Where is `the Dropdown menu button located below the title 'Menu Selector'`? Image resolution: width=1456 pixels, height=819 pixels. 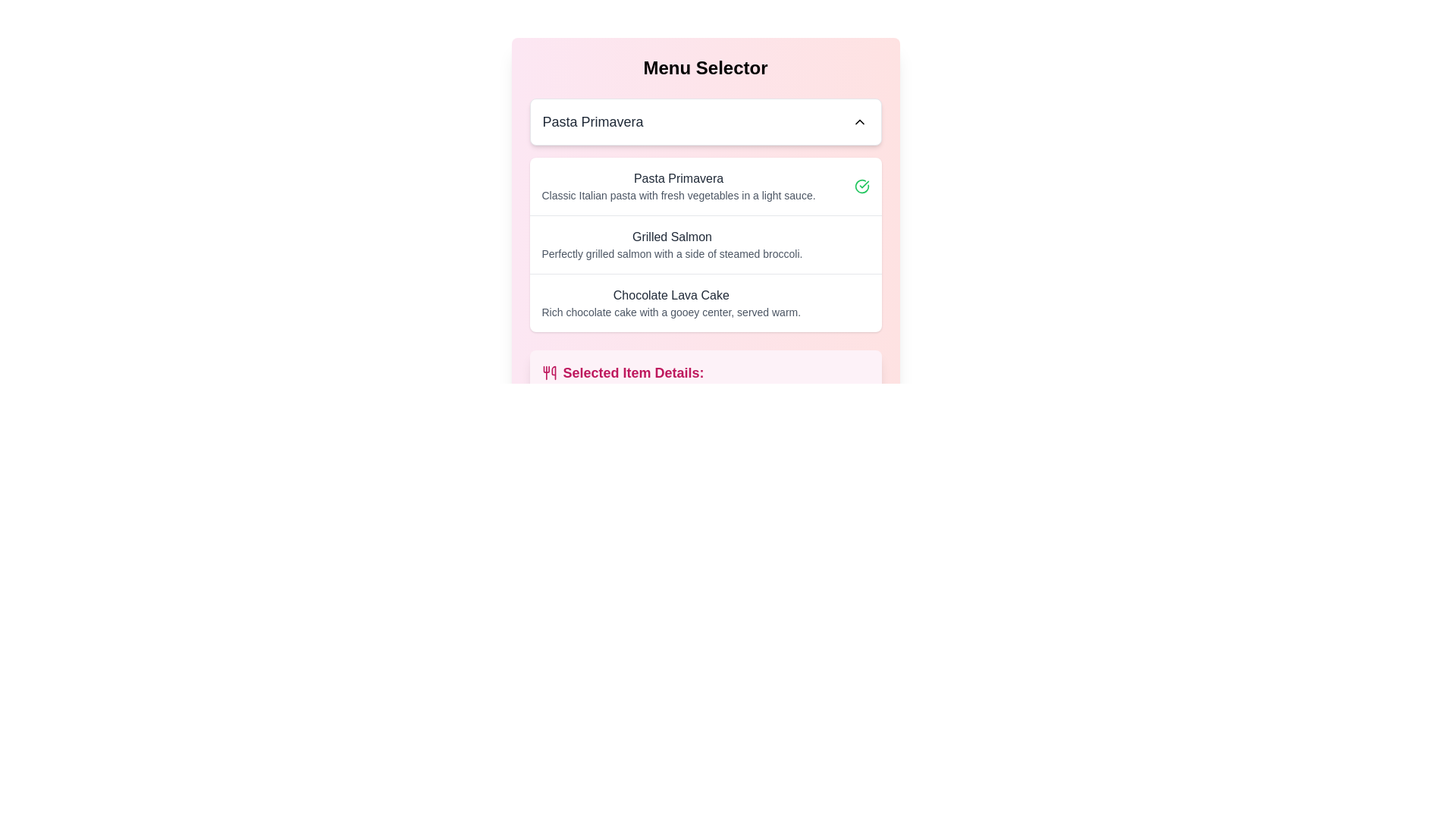
the Dropdown menu button located below the title 'Menu Selector' is located at coordinates (704, 121).